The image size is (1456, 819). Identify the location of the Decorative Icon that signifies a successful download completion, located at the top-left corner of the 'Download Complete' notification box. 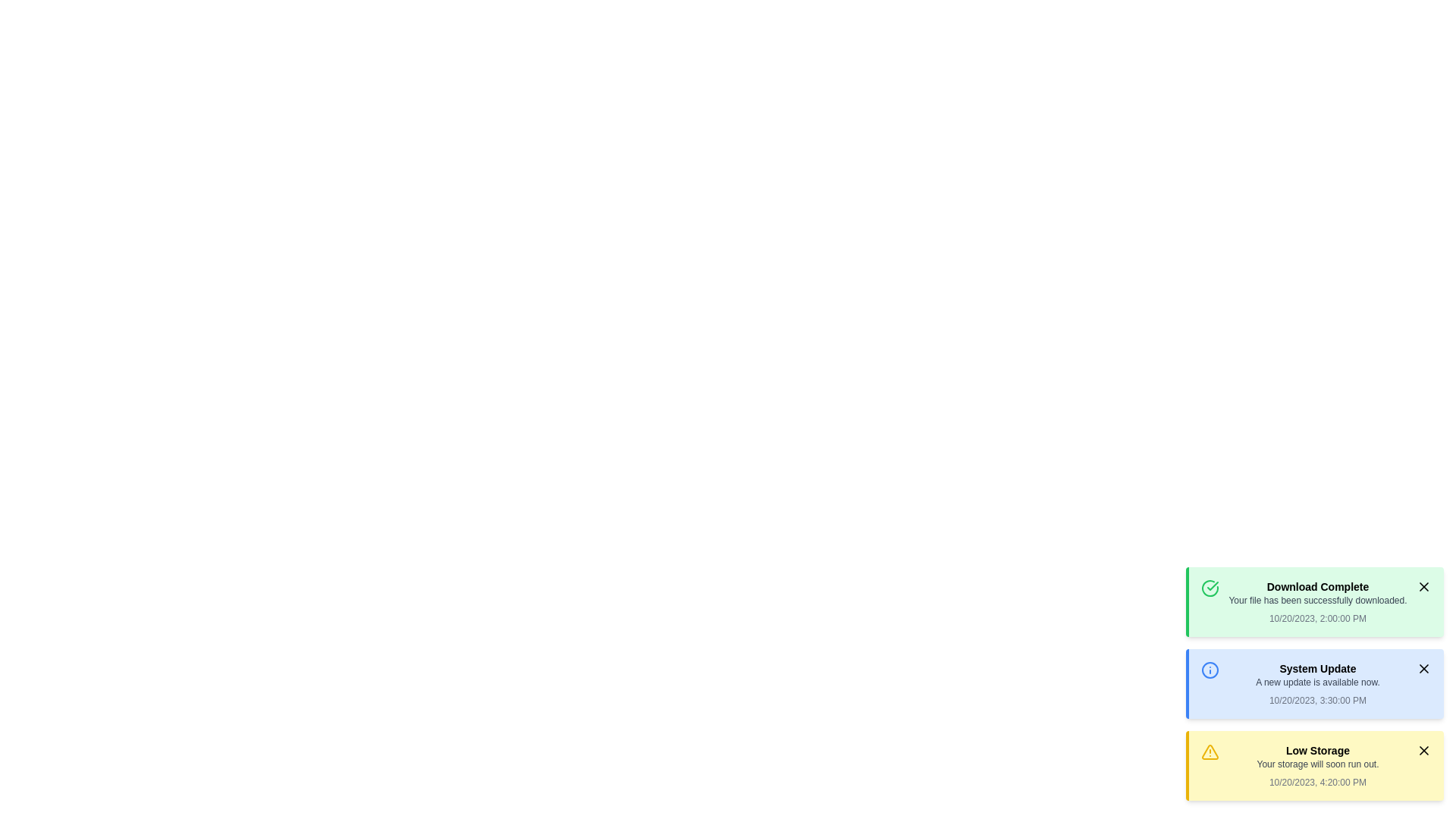
(1210, 587).